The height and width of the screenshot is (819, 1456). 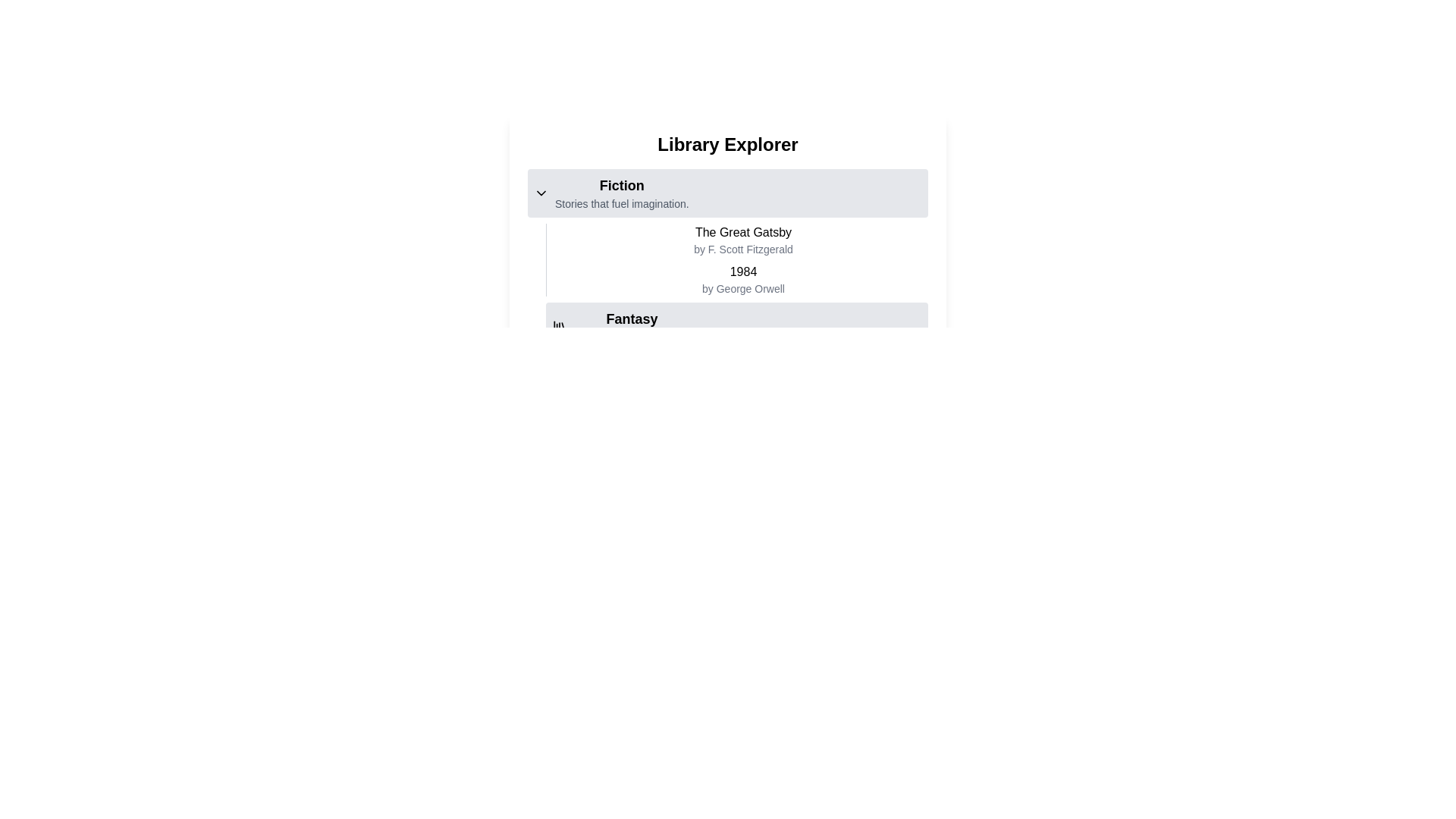 What do you see at coordinates (736, 287) in the screenshot?
I see `list of books and authors displayed in the 'Fiction' section, which includes 'The Great Gatsby' and '1984'` at bounding box center [736, 287].